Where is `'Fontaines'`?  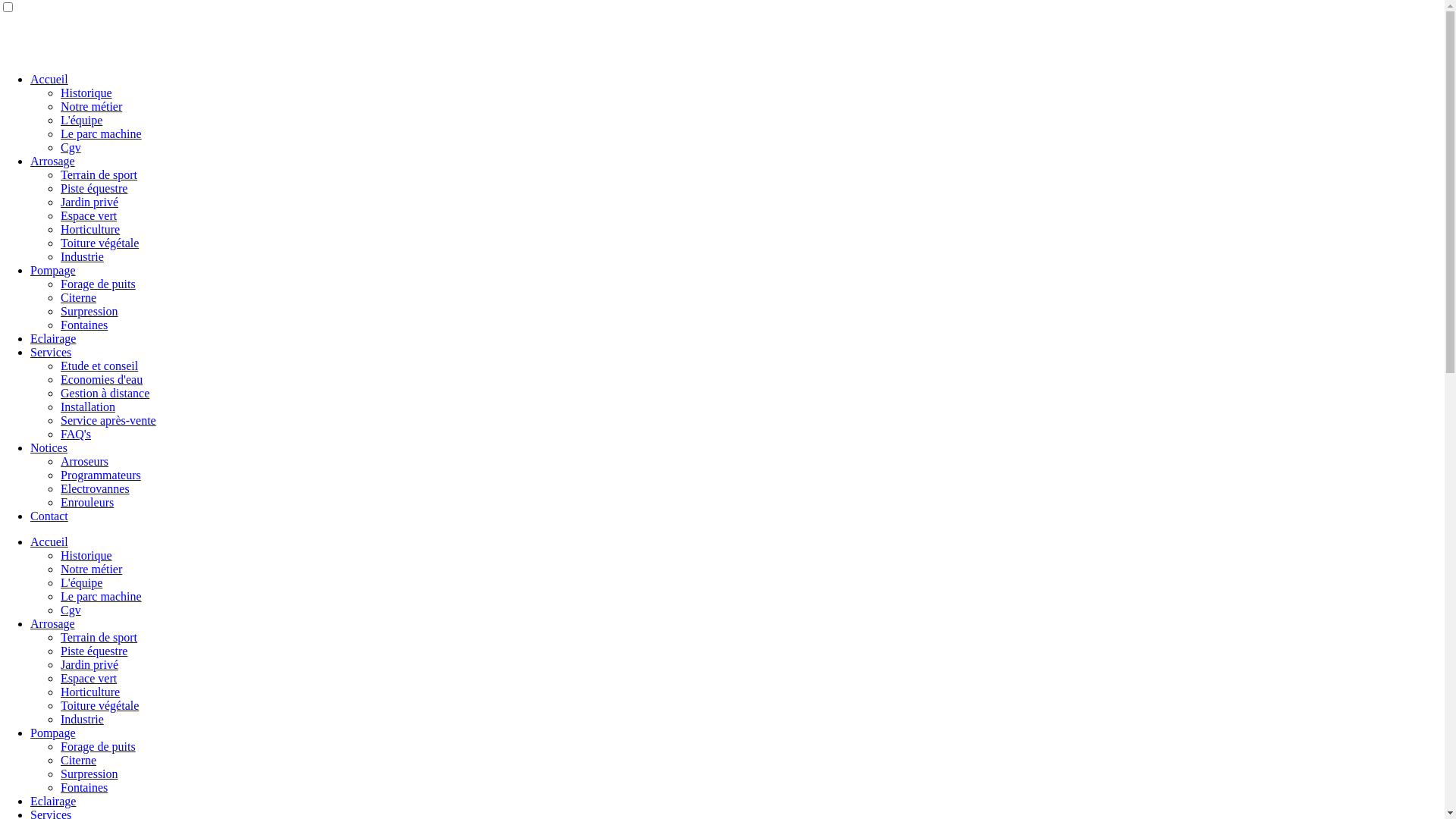 'Fontaines' is located at coordinates (83, 786).